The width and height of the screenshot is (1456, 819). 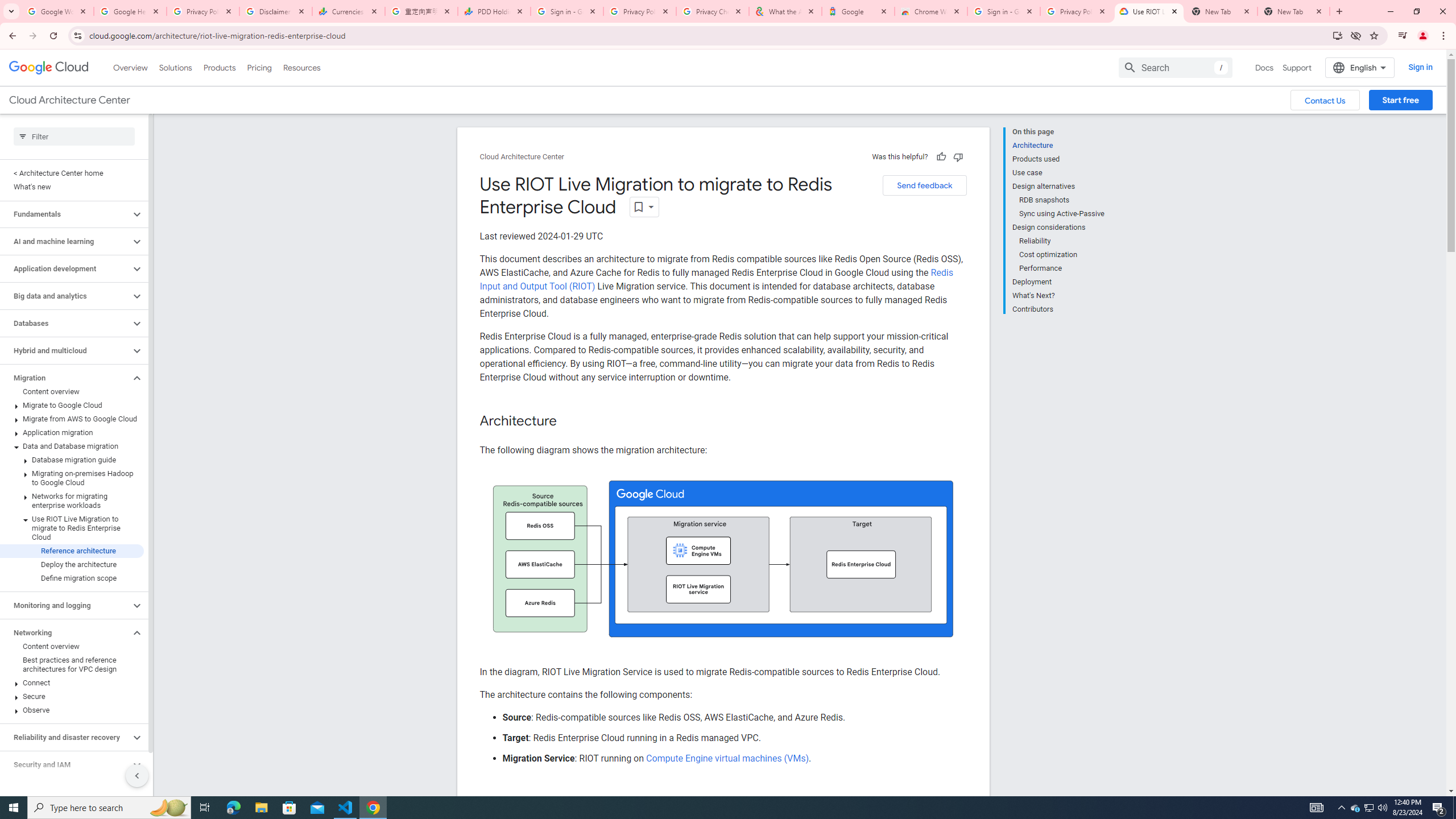 I want to click on 'Migration', so click(x=64, y=377).